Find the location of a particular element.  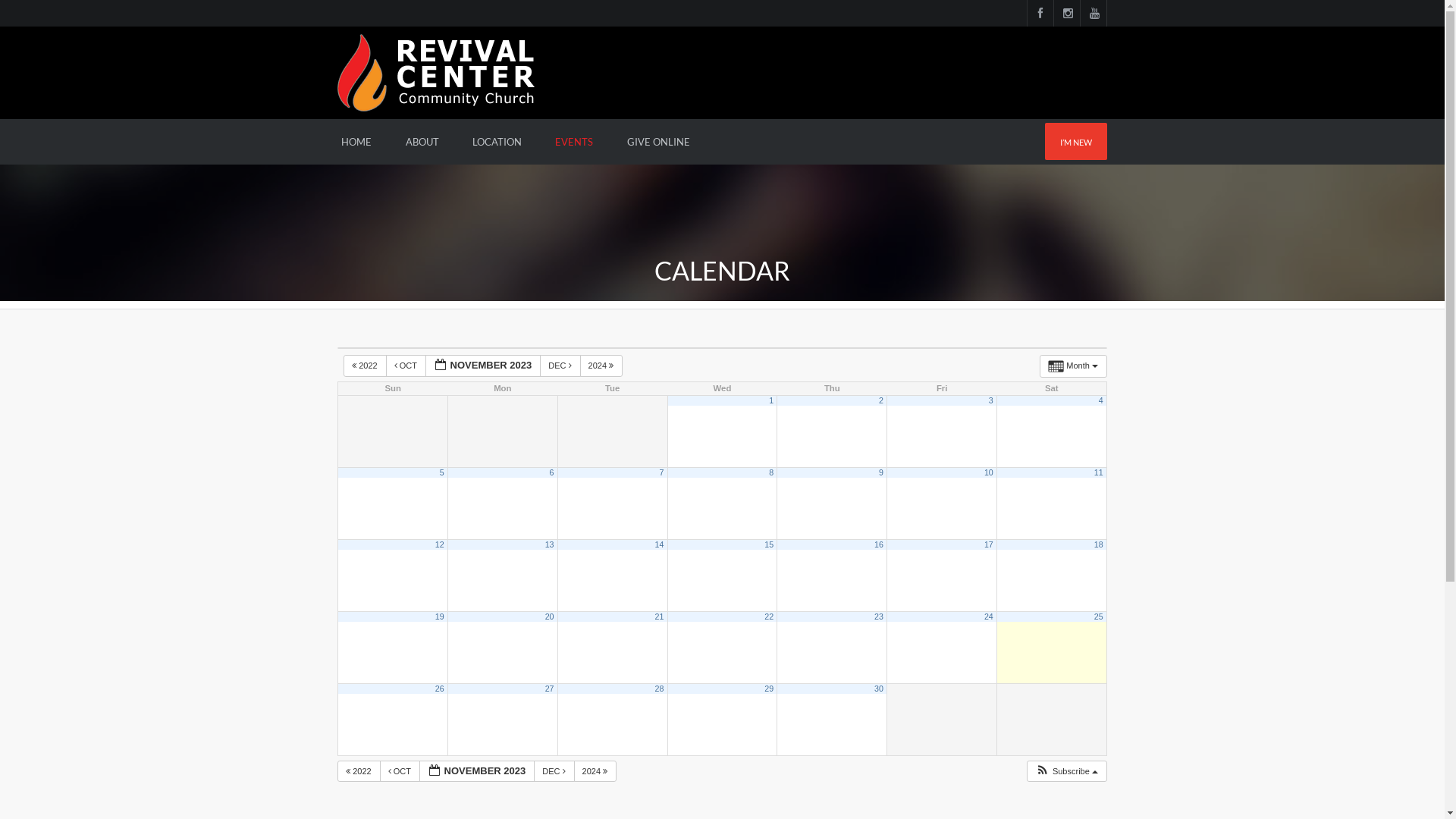

'18' is located at coordinates (1099, 543).